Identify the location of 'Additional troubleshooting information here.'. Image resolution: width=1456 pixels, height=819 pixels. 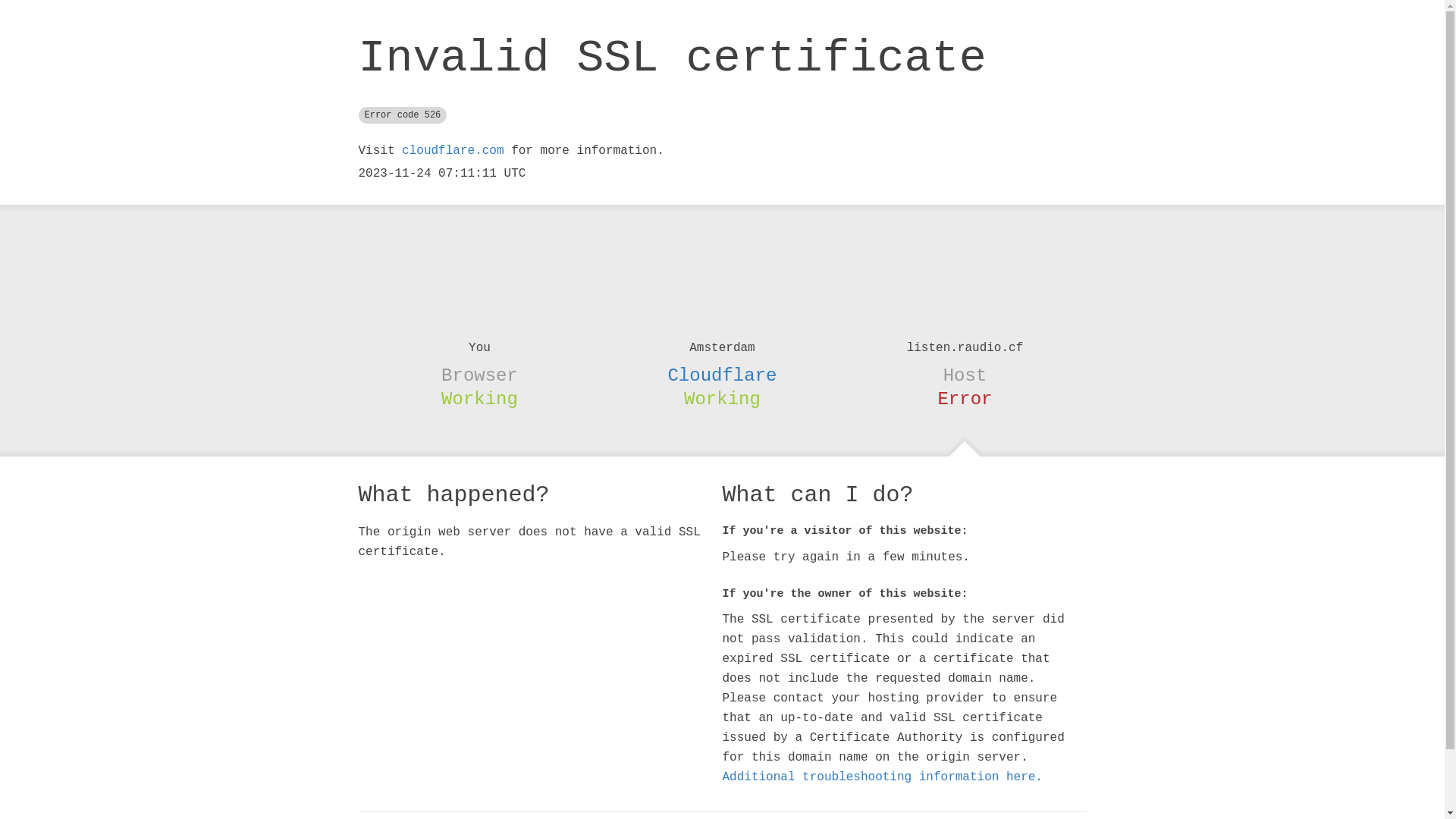
(881, 777).